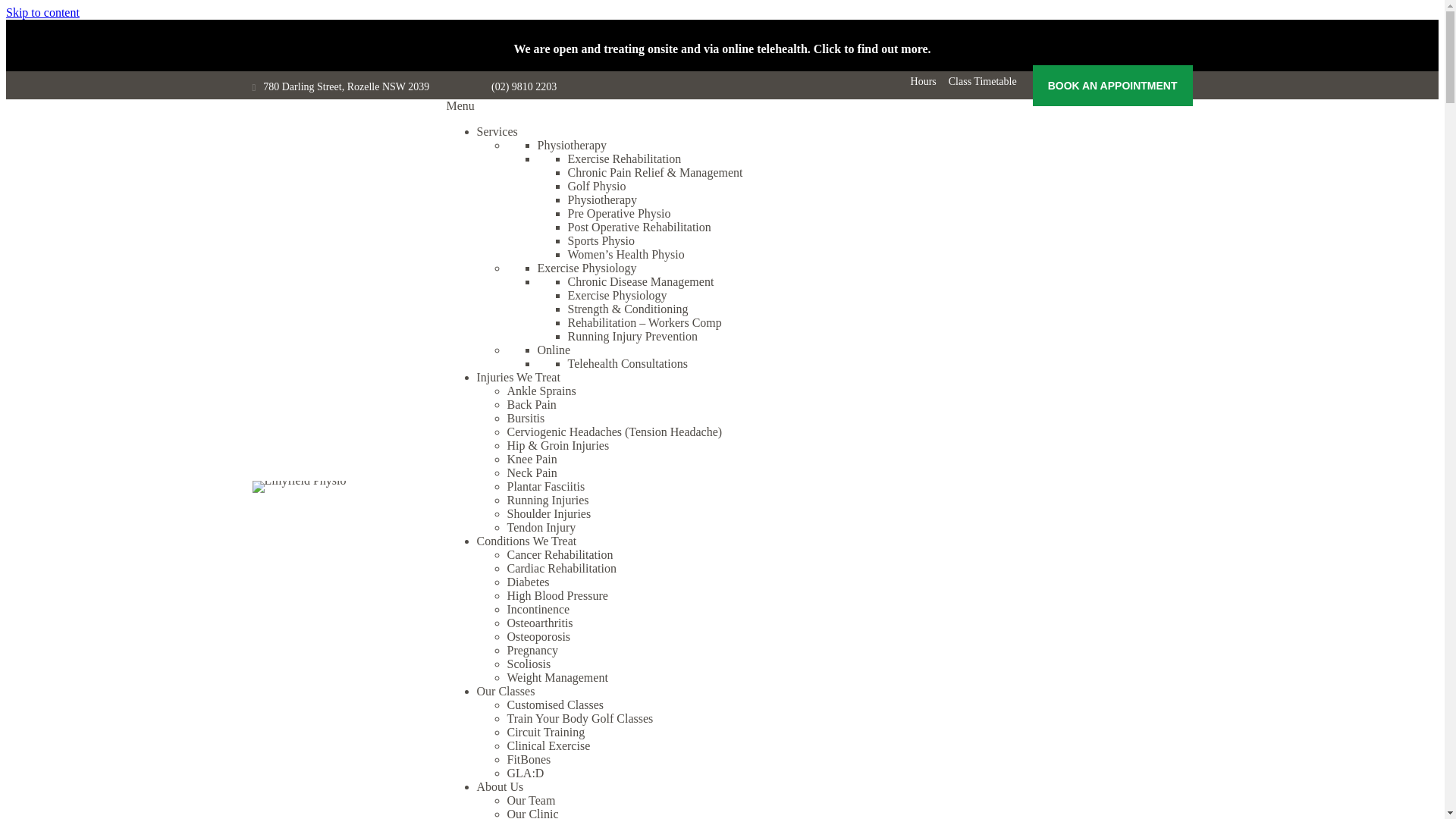  Describe the element at coordinates (506, 663) in the screenshot. I see `'Scoliosis'` at that location.